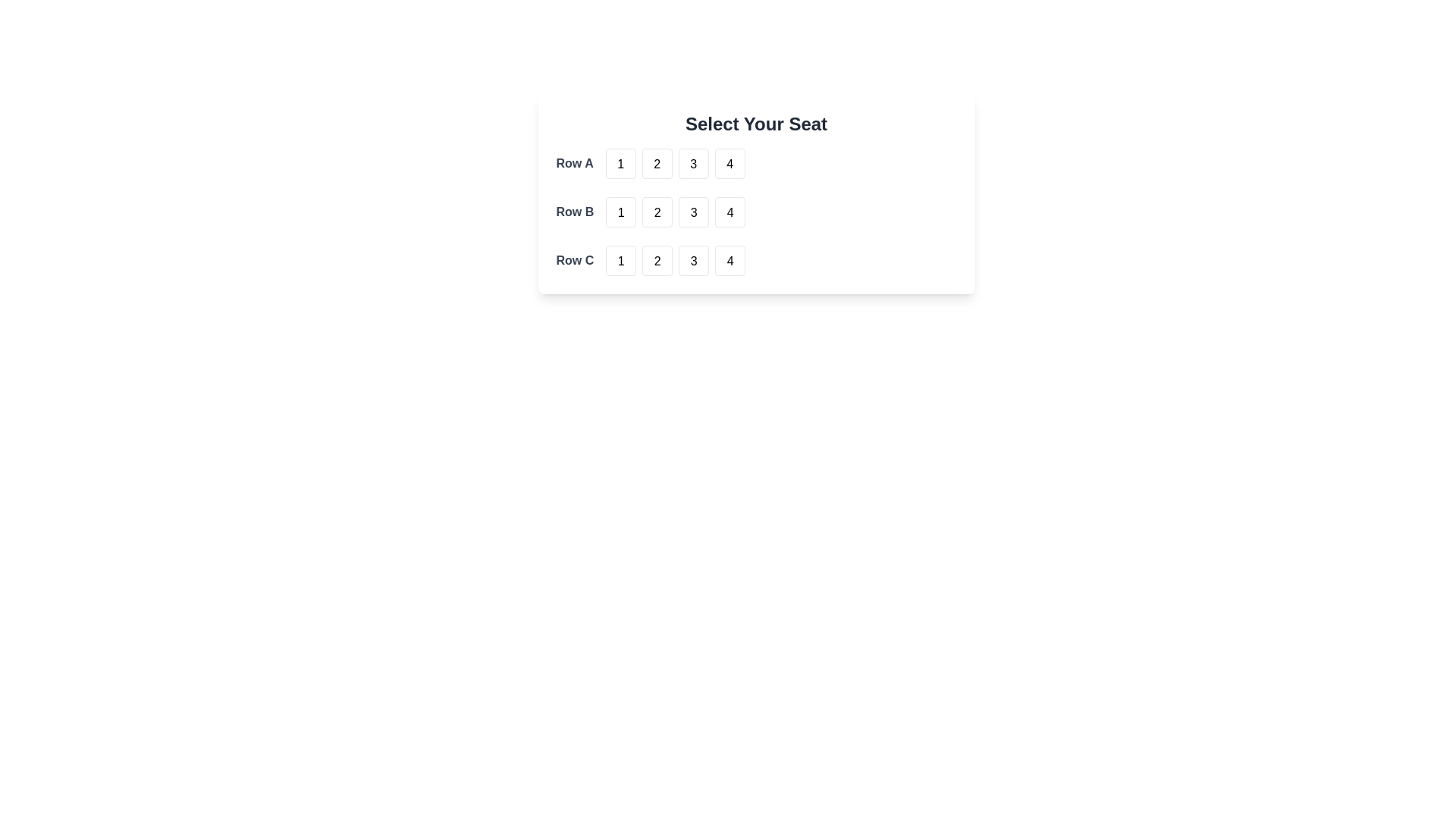 The height and width of the screenshot is (819, 1456). I want to click on the square-shaped button with rounded borders containing the text '3', located in the middle row 'Row B' under 'Select Your Seat', so click(693, 212).